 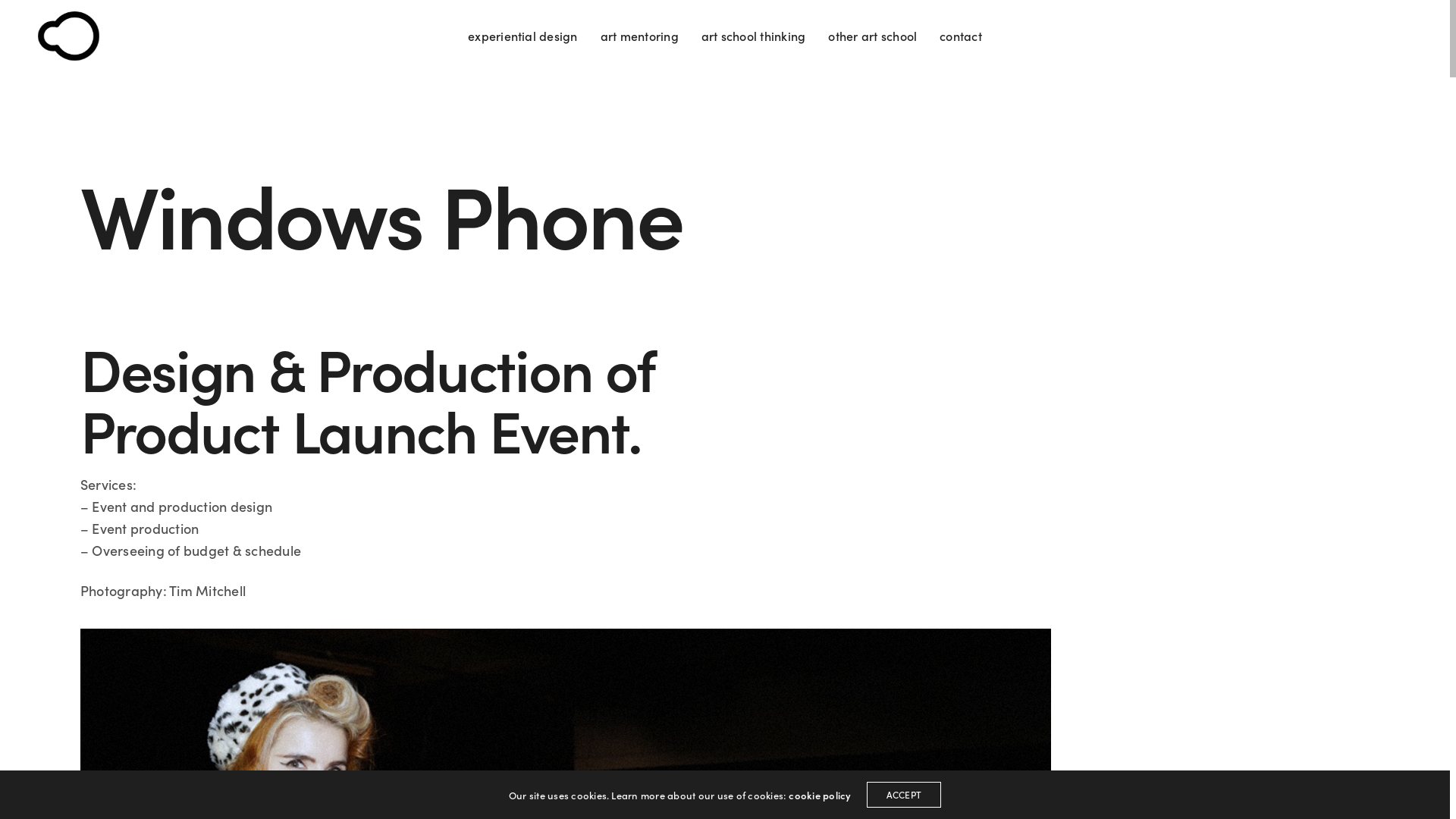 I want to click on 'Mr Board', so click(x=67, y=35).